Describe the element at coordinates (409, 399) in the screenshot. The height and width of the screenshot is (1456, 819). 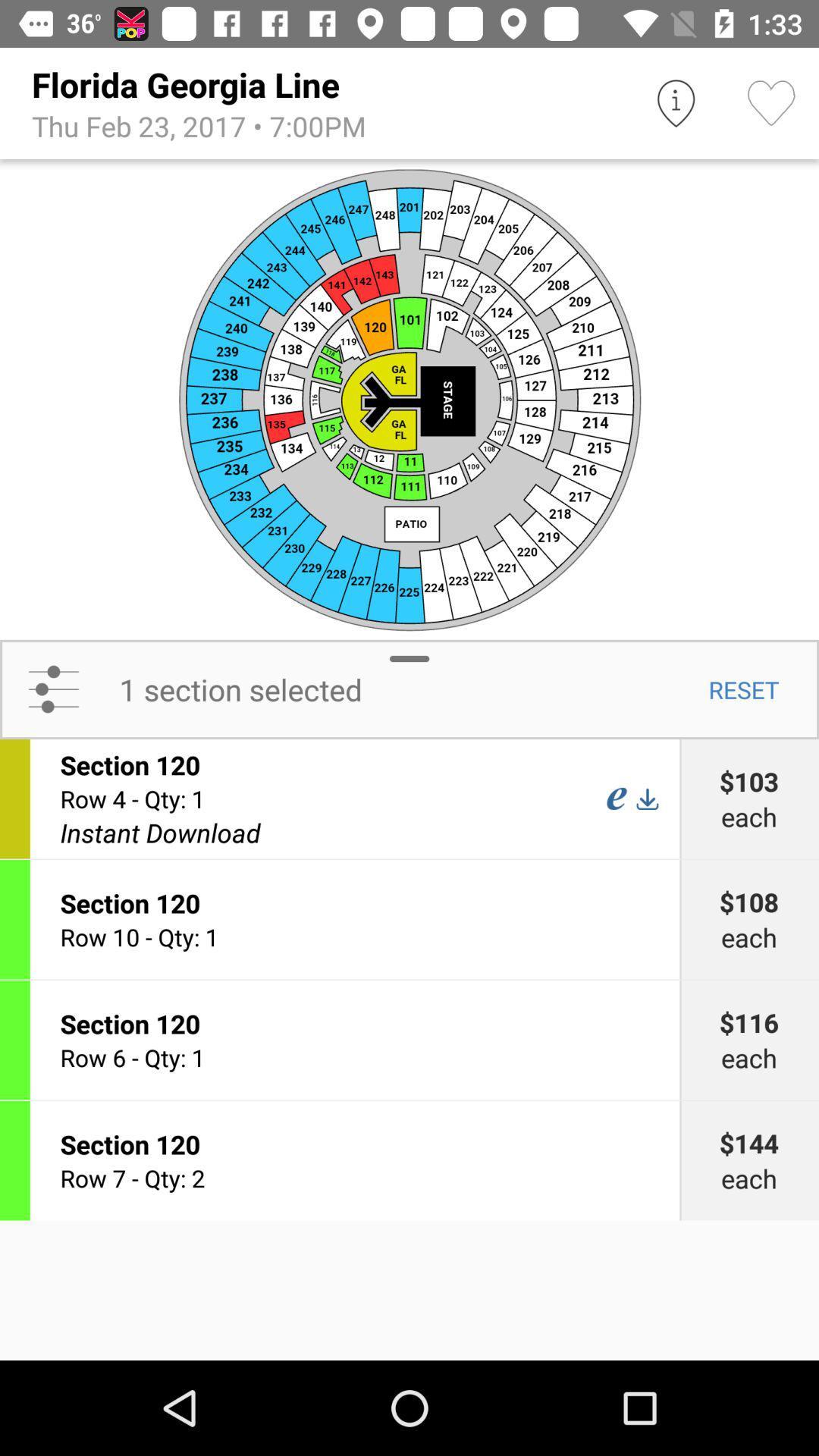
I see `icon above reset icon` at that location.